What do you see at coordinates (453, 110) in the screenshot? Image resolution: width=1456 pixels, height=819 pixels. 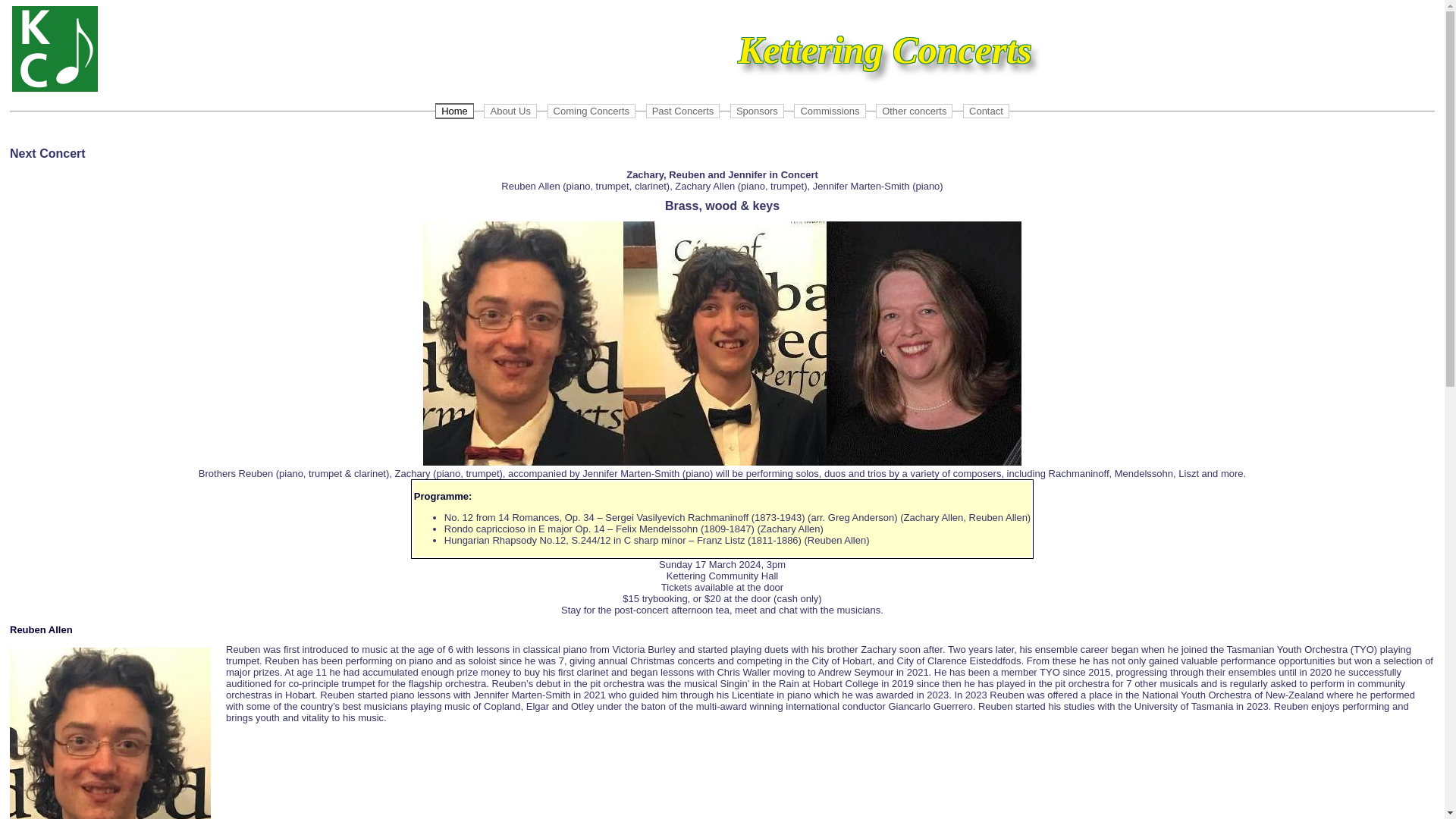 I see `'Home'` at bounding box center [453, 110].